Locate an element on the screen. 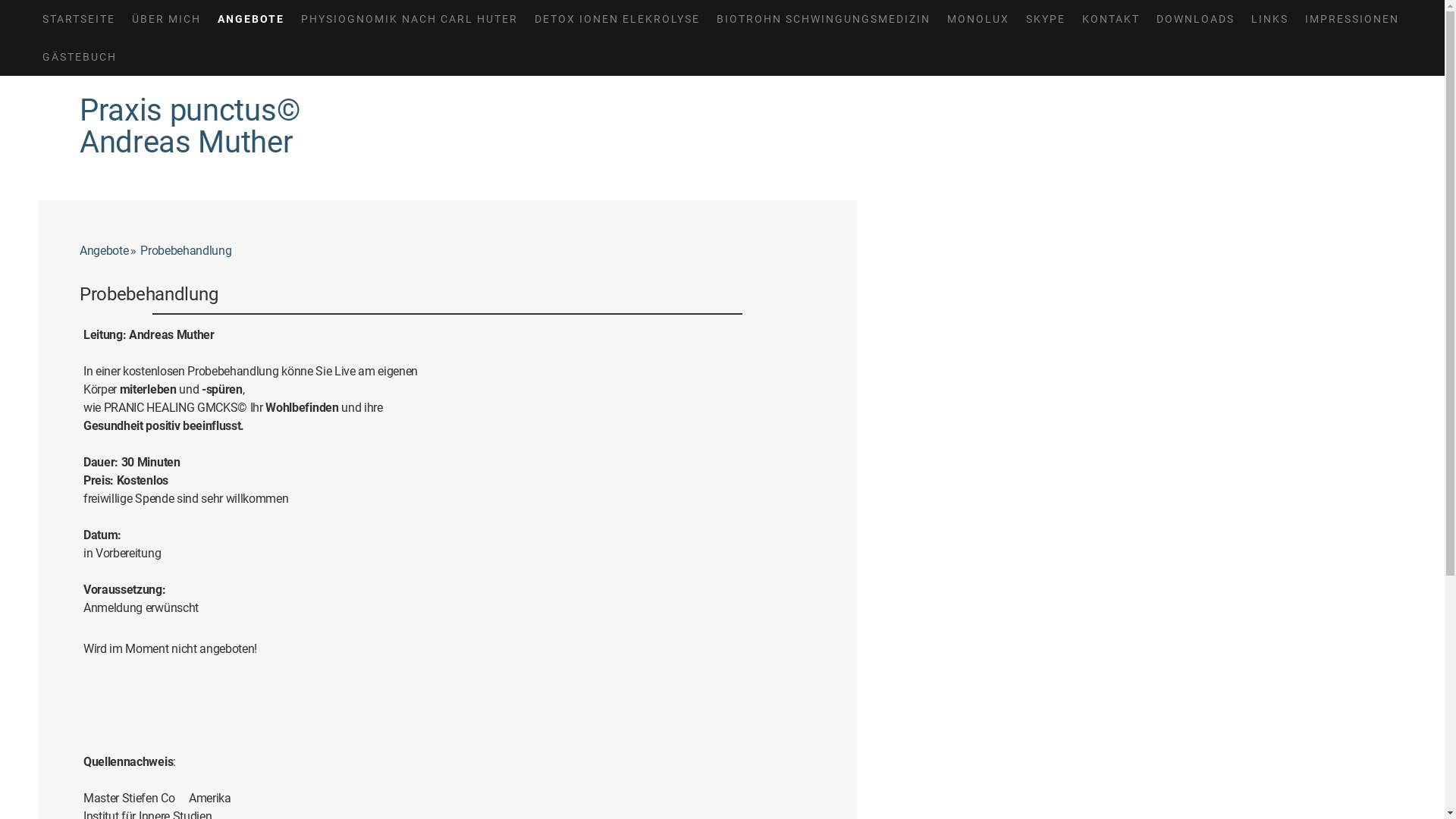 Image resolution: width=1456 pixels, height=819 pixels. 'ANGEBOTE' is located at coordinates (251, 18).